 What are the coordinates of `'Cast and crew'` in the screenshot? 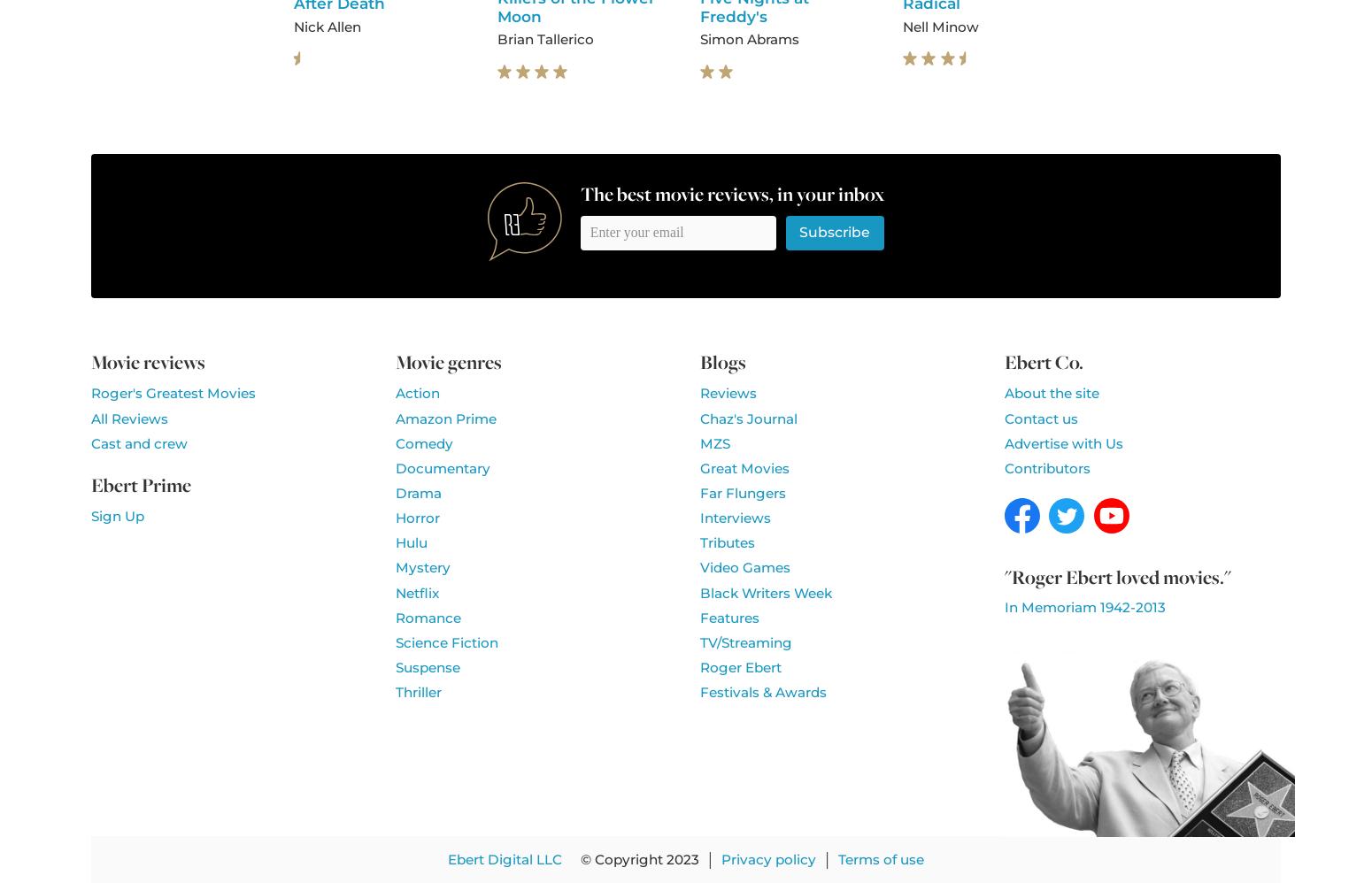 It's located at (91, 442).